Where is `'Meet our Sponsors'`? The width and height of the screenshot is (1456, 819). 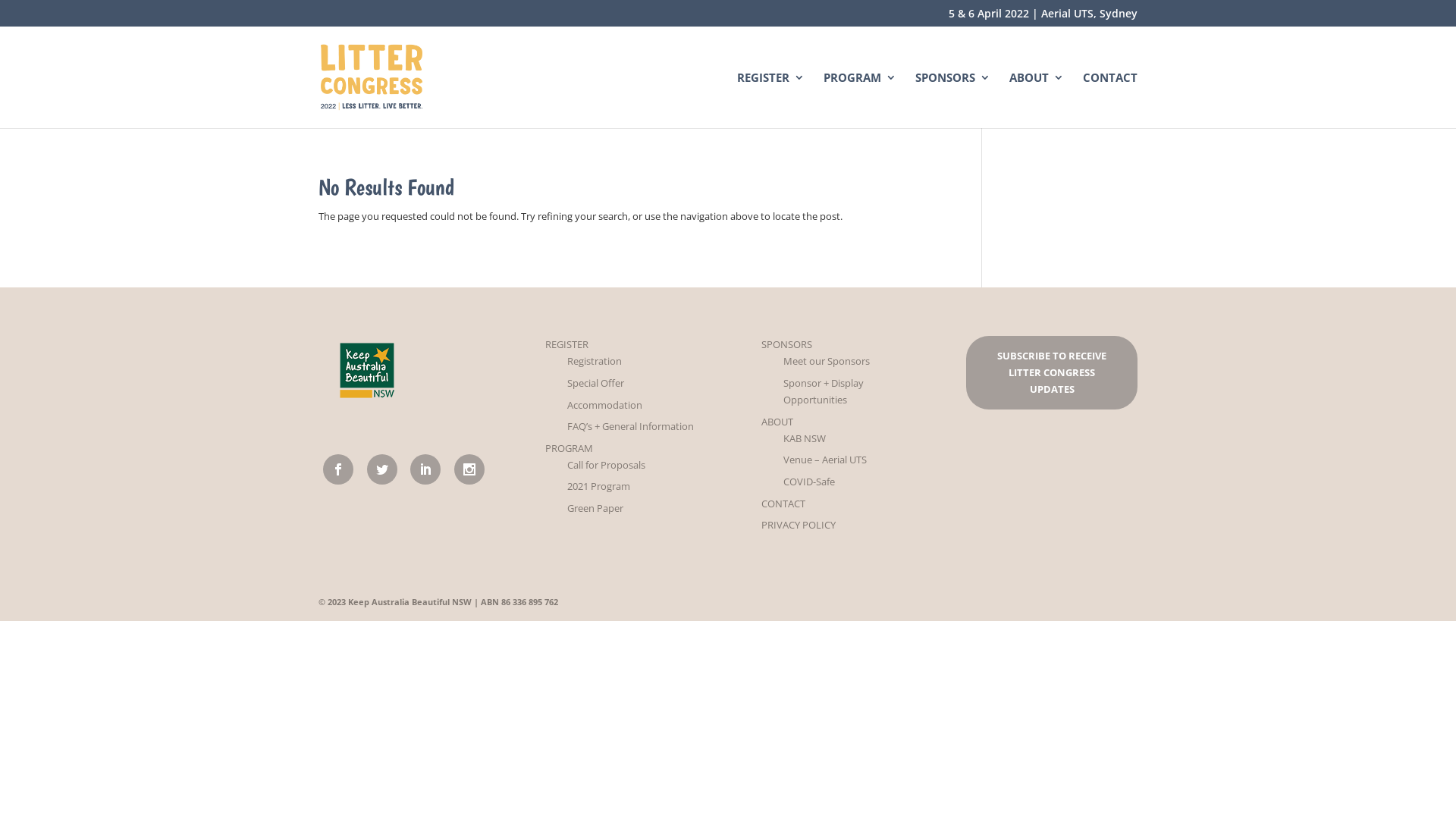
'Meet our Sponsors' is located at coordinates (825, 360).